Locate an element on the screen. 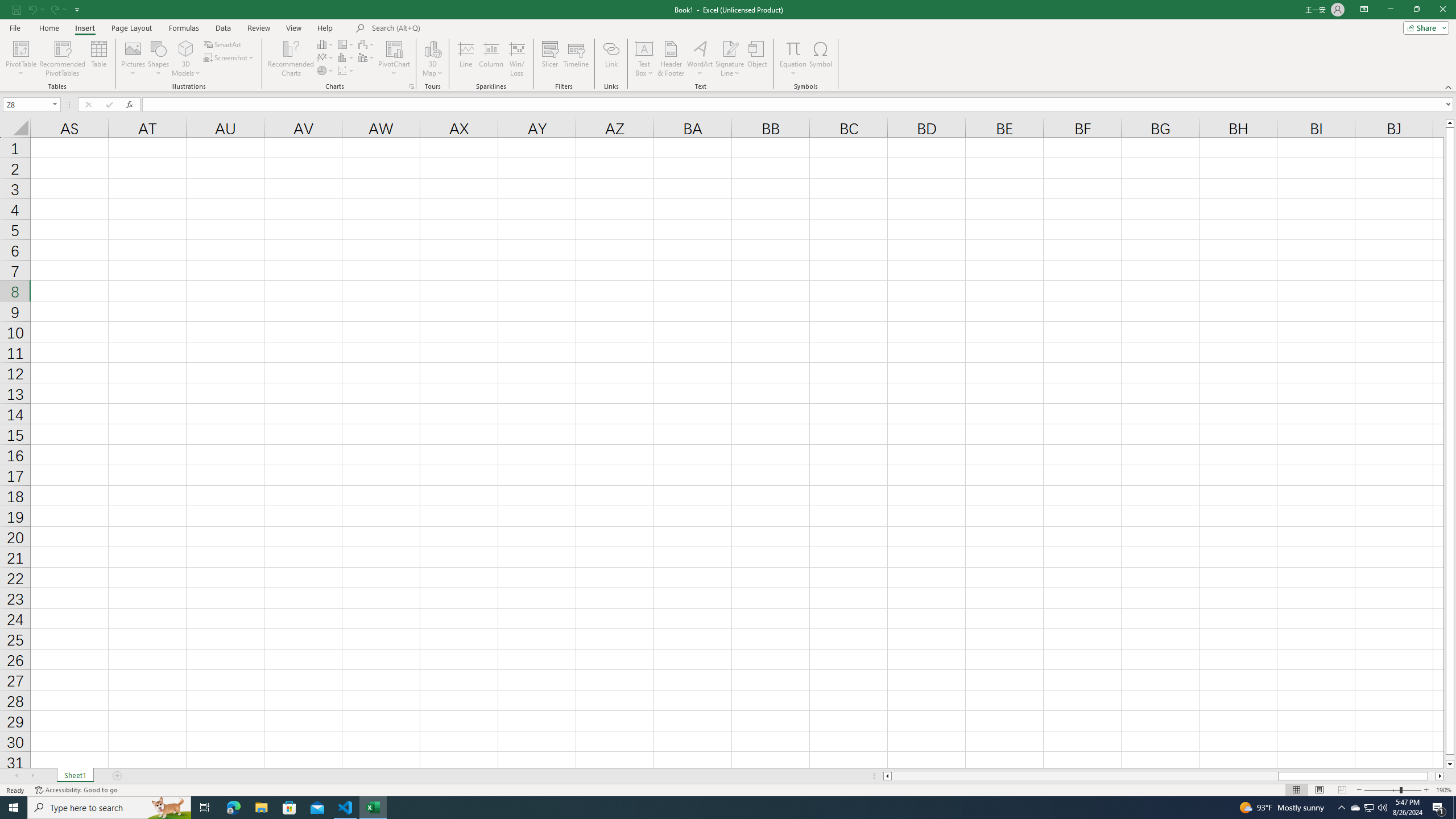  '3D Models' is located at coordinates (185, 59).